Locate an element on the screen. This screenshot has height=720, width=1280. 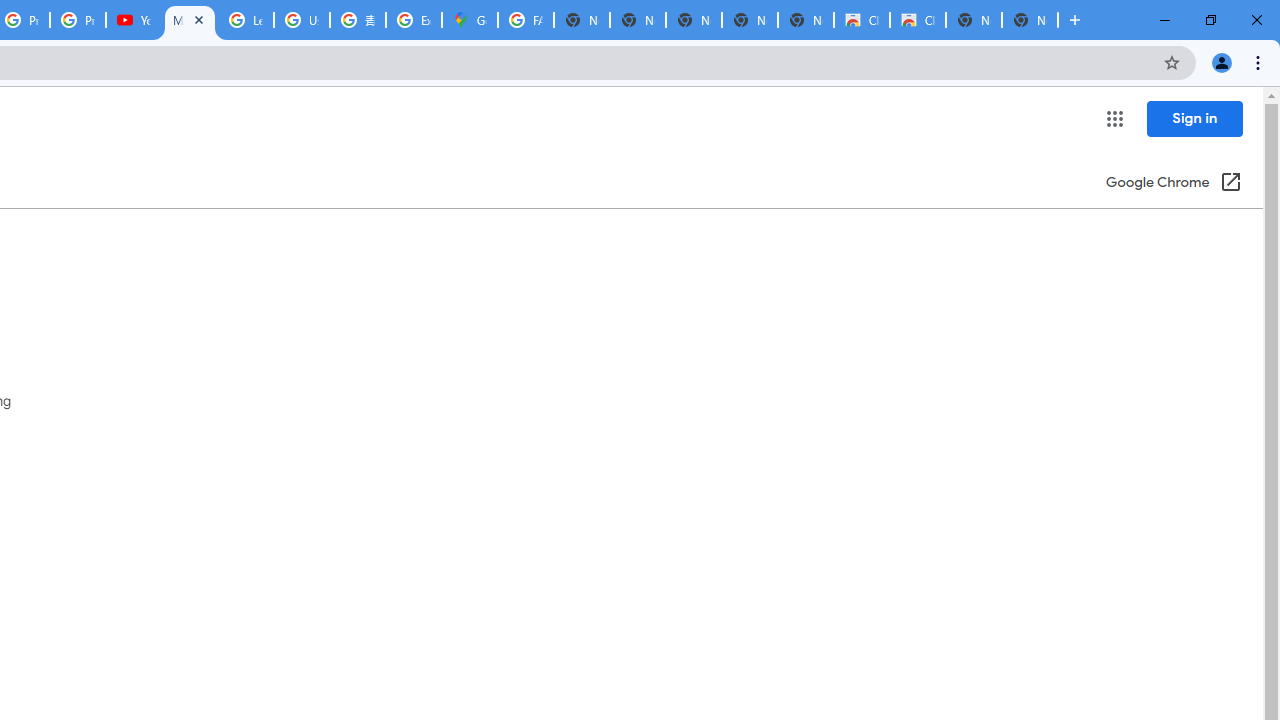
'Explore new street-level details - Google Maps Help' is located at coordinates (413, 20).